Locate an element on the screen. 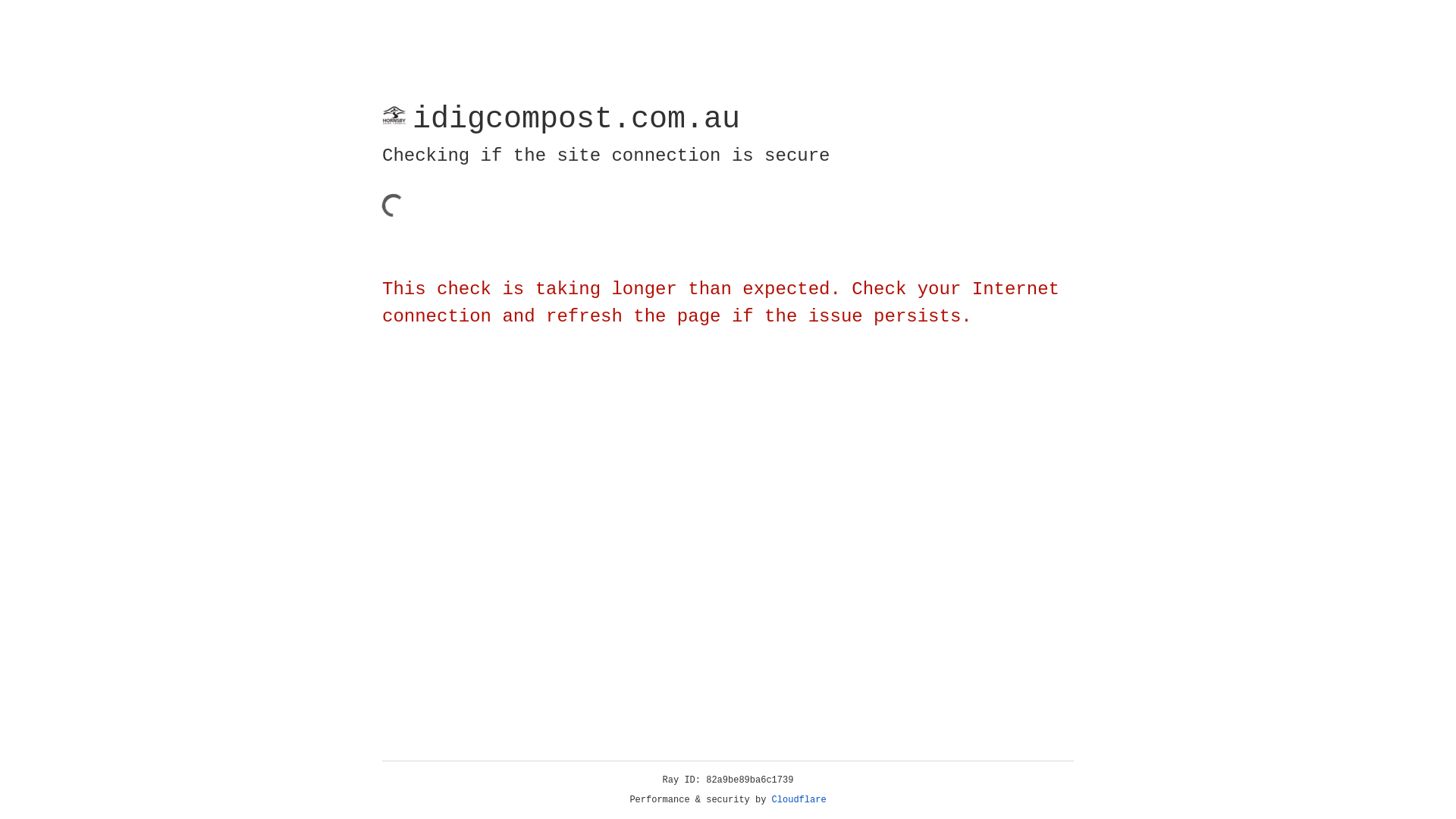 The height and width of the screenshot is (819, 1456). 'Cloudflare' is located at coordinates (799, 799).